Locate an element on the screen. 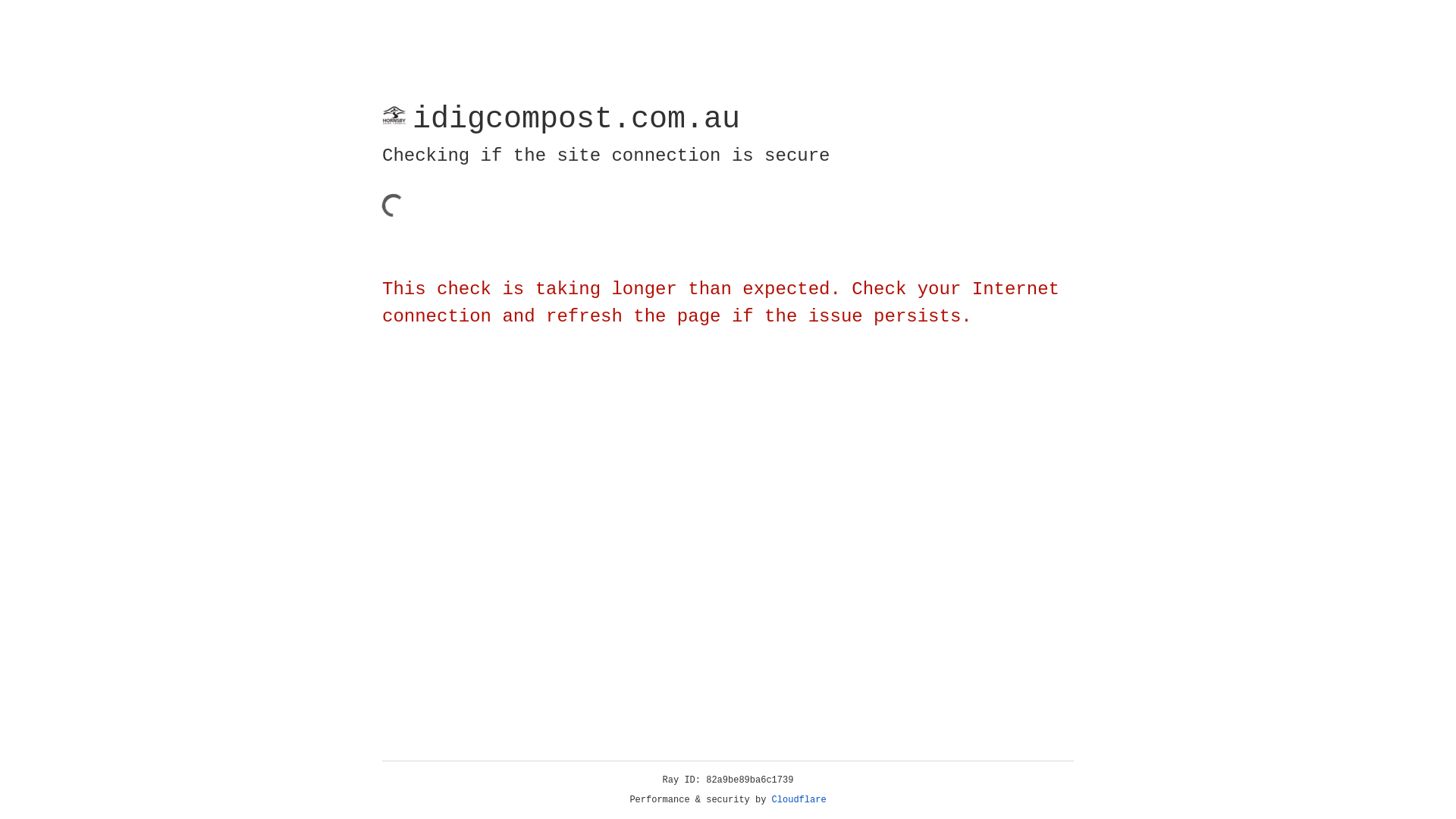 The height and width of the screenshot is (819, 1456). 'Cloudflare' is located at coordinates (799, 799).